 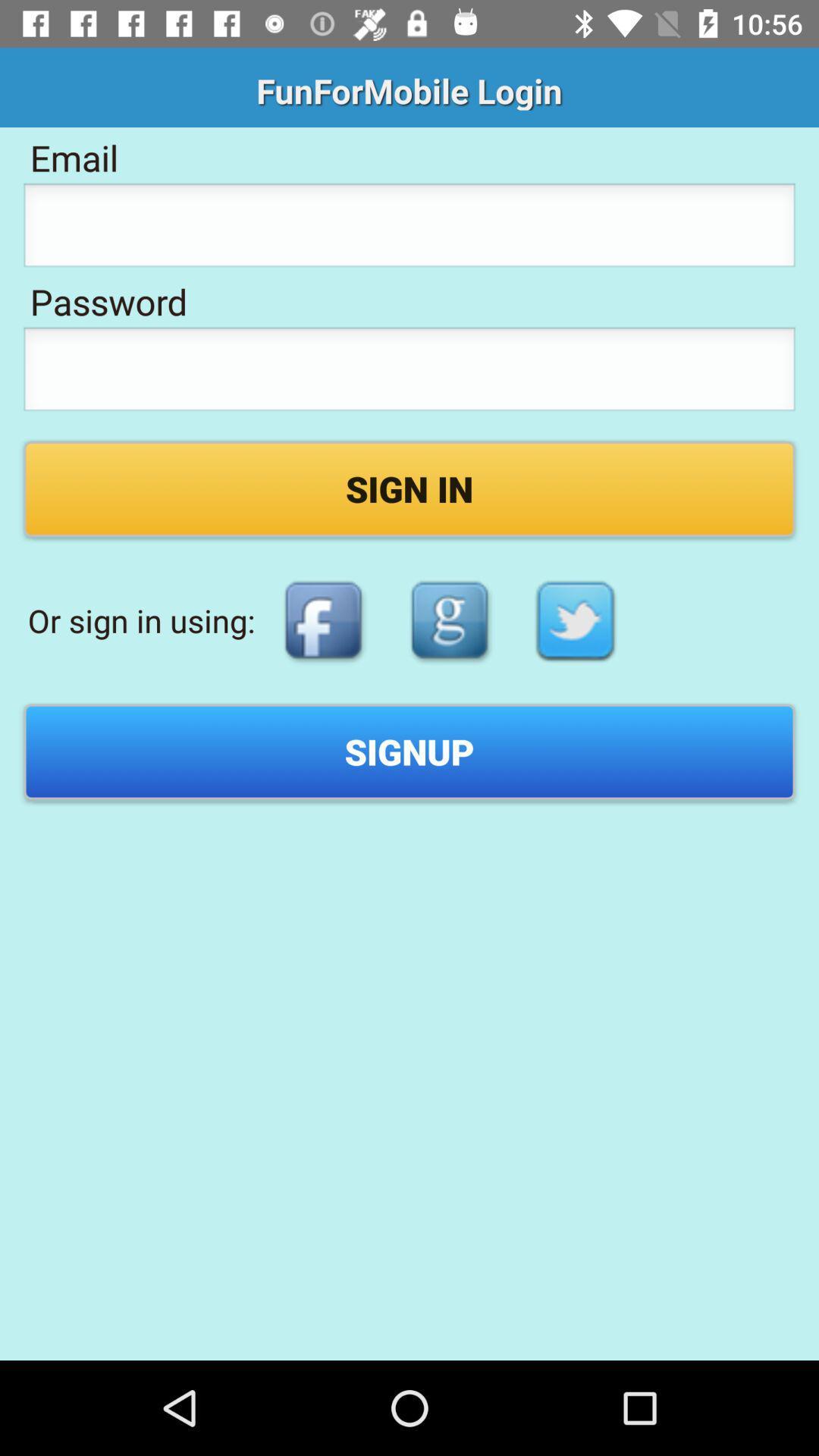 What do you see at coordinates (409, 228) in the screenshot?
I see `email` at bounding box center [409, 228].